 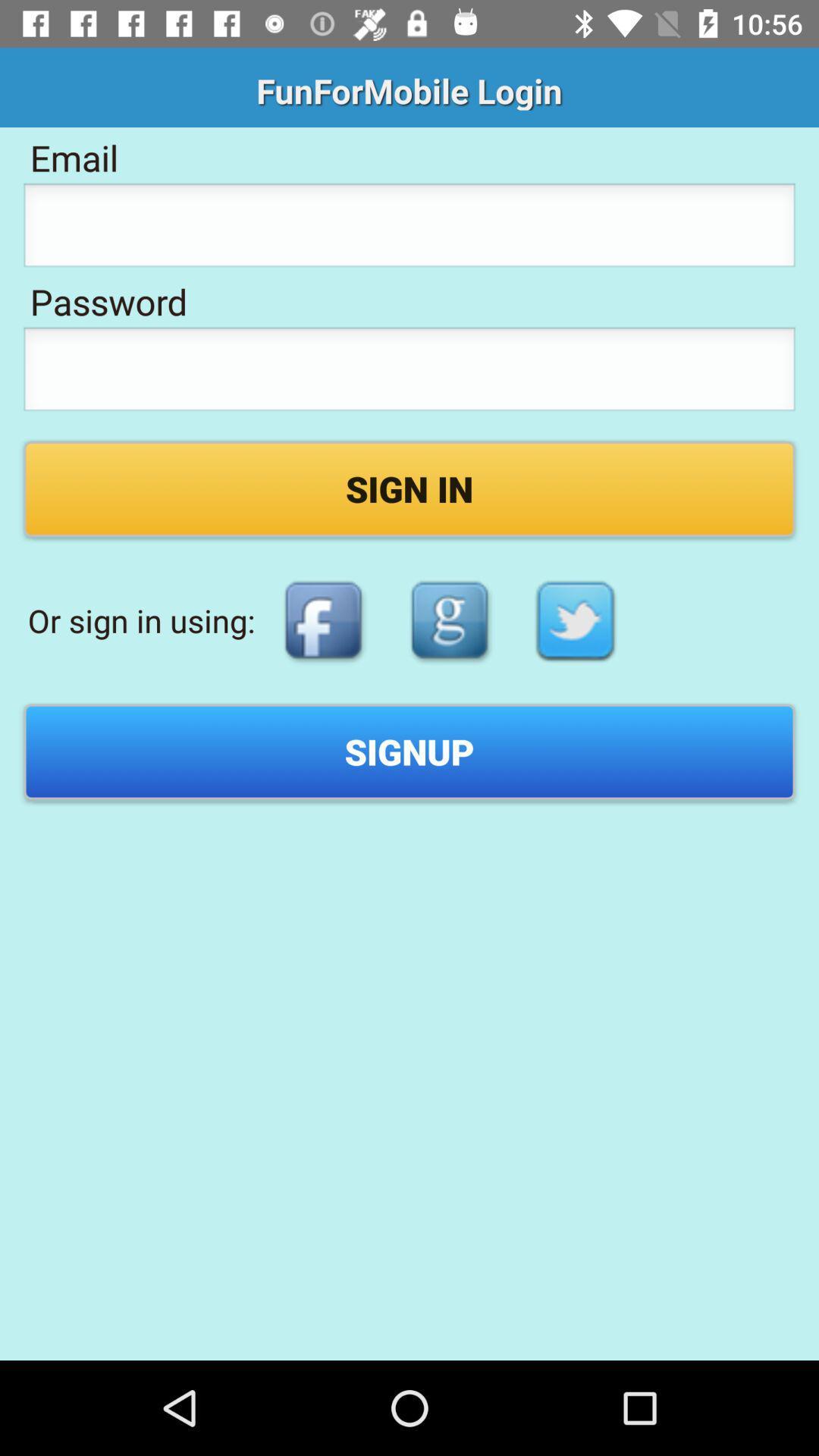 What do you see at coordinates (409, 228) in the screenshot?
I see `email` at bounding box center [409, 228].